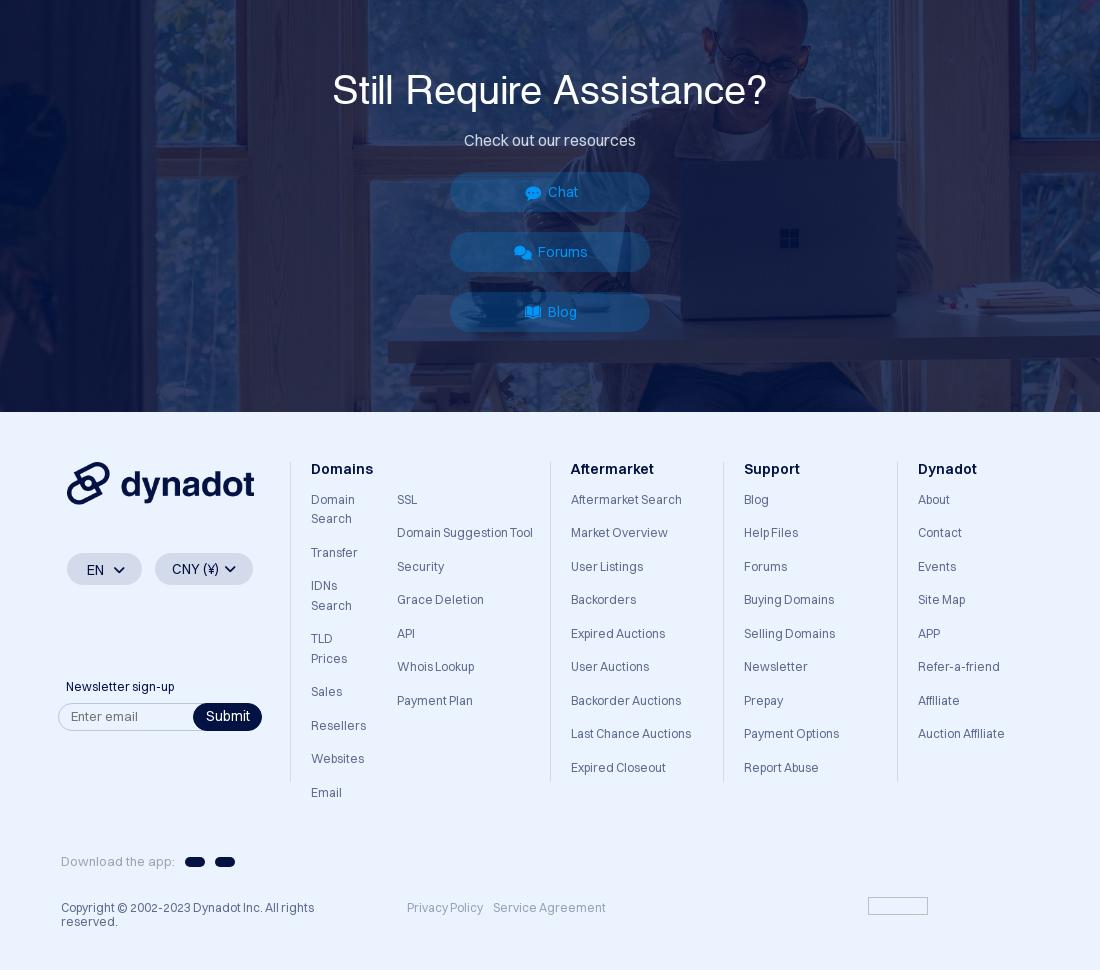 This screenshot has width=1100, height=970. Describe the element at coordinates (569, 599) in the screenshot. I see `'Backorders'` at that location.